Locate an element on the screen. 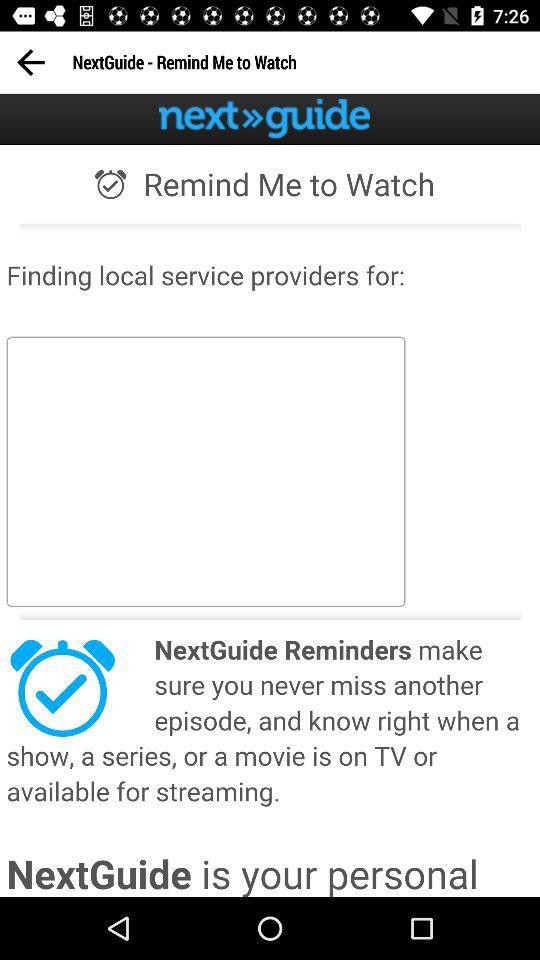 This screenshot has width=540, height=960. the arrow_backward icon is located at coordinates (29, 62).